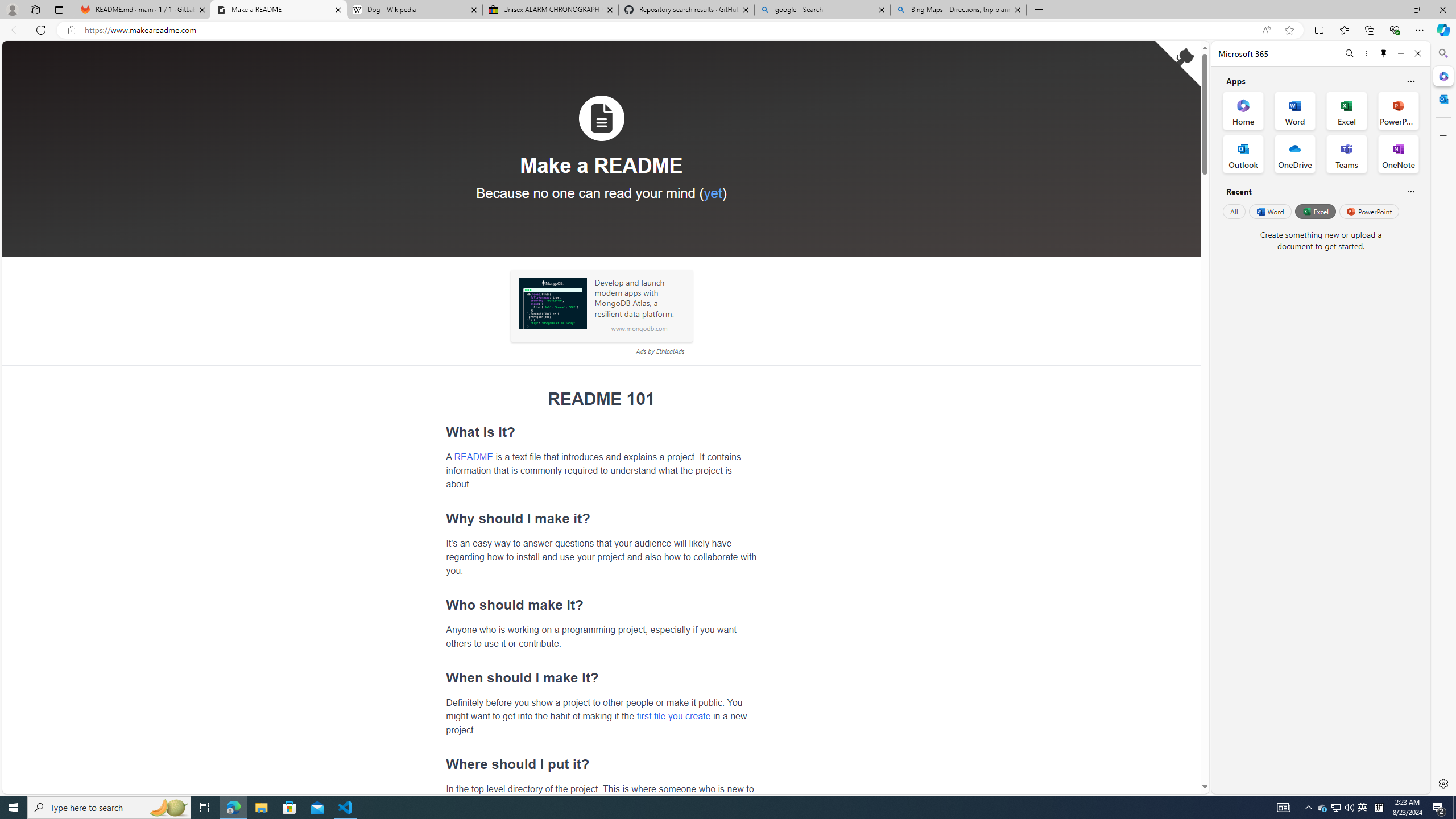  I want to click on 'Open GitHub project', so click(1177, 63).